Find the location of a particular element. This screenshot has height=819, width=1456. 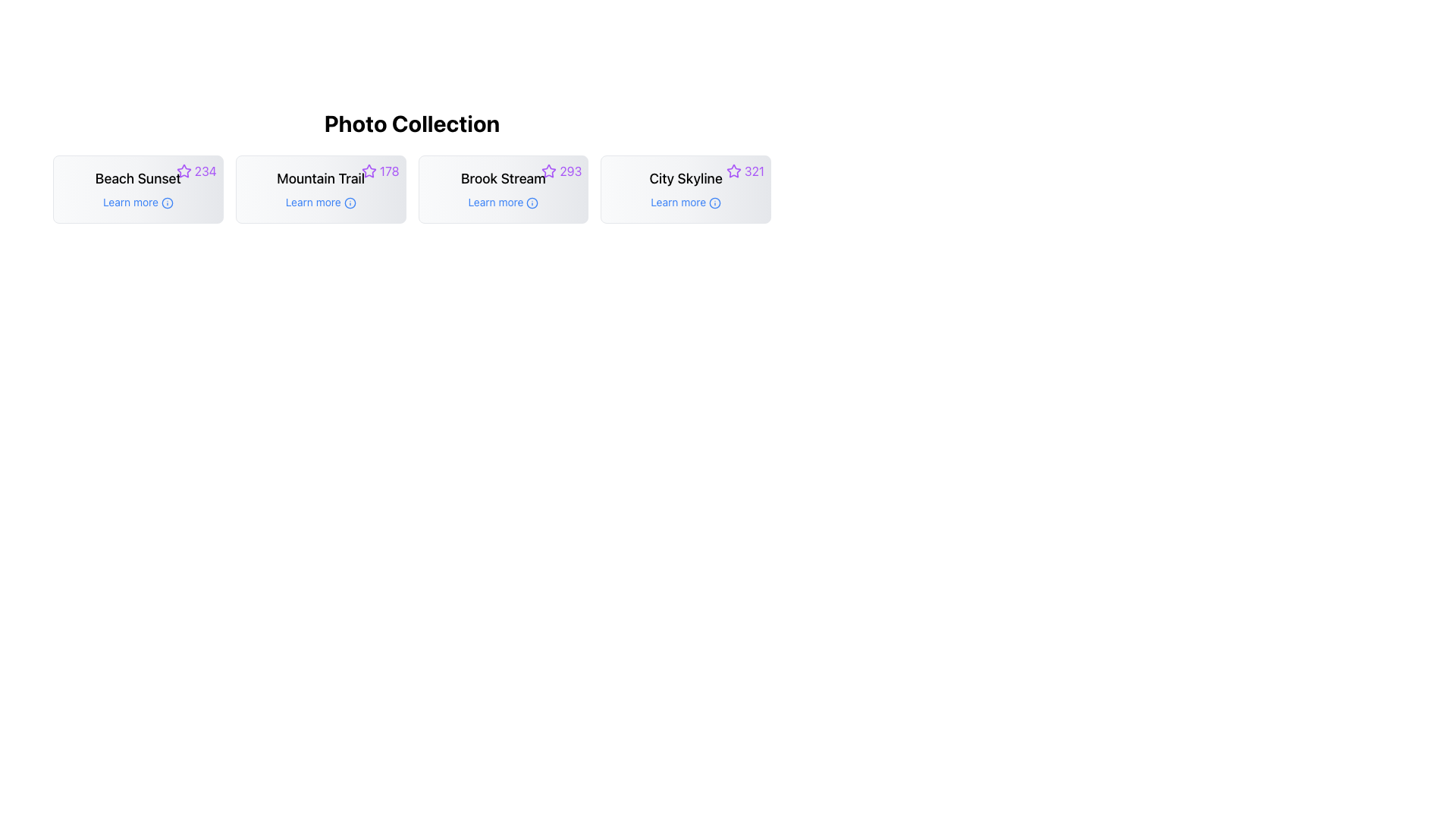

the blue circular information icon adjacent to the 'Learn more' label in the 'Beach Sunset' section is located at coordinates (167, 202).